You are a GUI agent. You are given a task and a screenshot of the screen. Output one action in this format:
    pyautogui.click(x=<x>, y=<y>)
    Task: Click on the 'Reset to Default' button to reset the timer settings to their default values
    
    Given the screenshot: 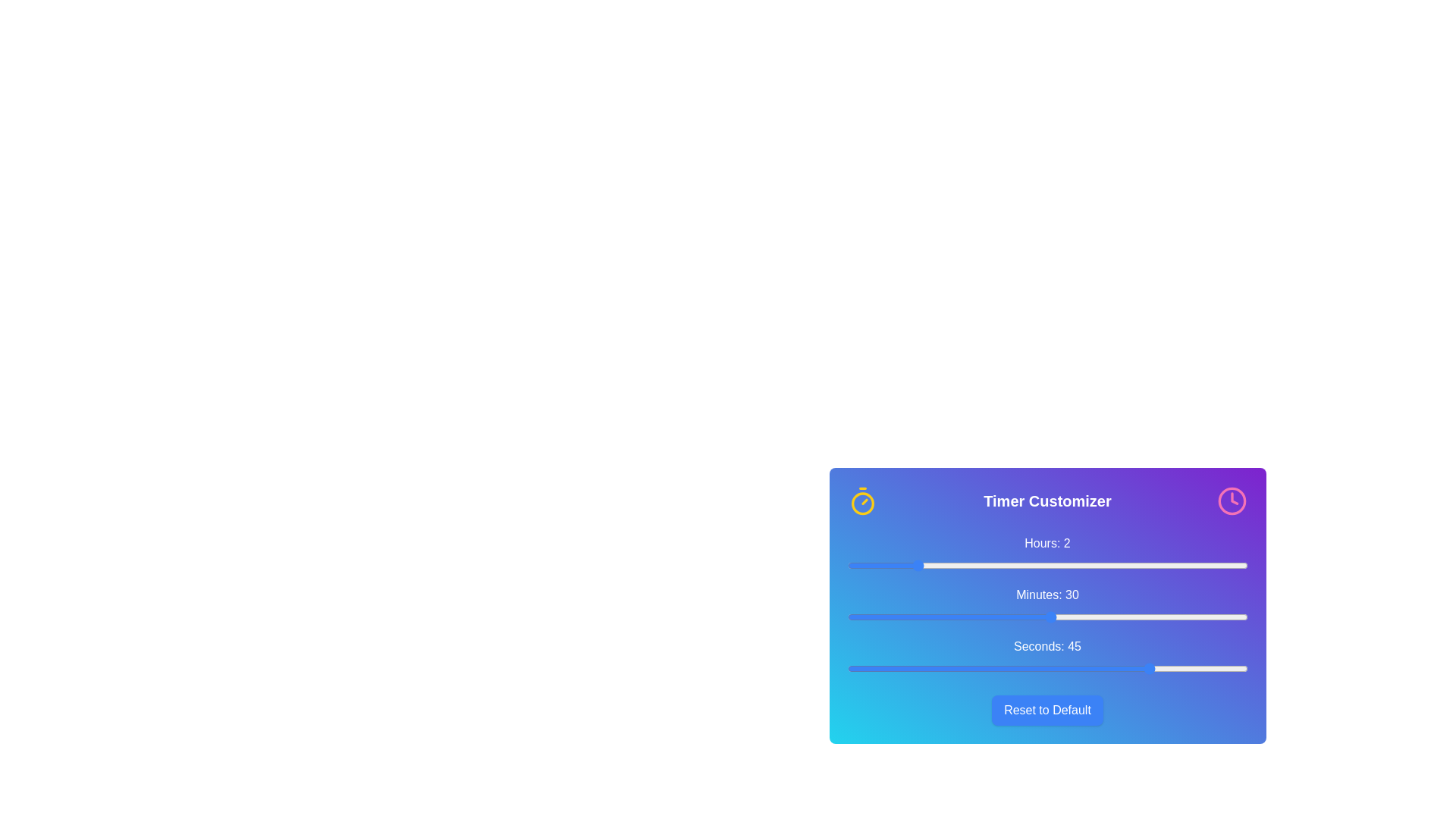 What is the action you would take?
    pyautogui.click(x=1046, y=711)
    